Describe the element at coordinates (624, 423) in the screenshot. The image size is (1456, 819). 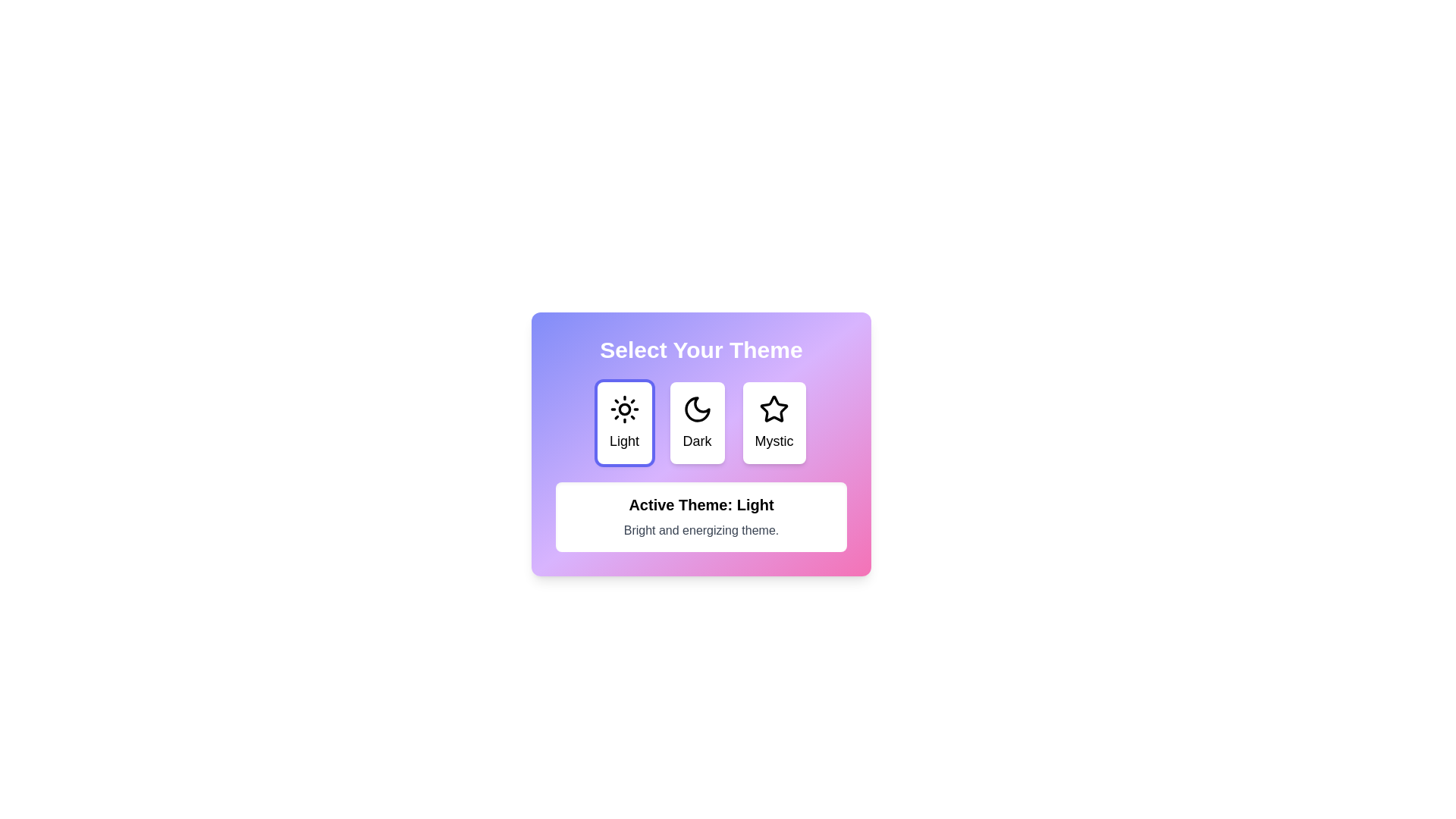
I see `the button labeled Light to observe its hover effect` at that location.